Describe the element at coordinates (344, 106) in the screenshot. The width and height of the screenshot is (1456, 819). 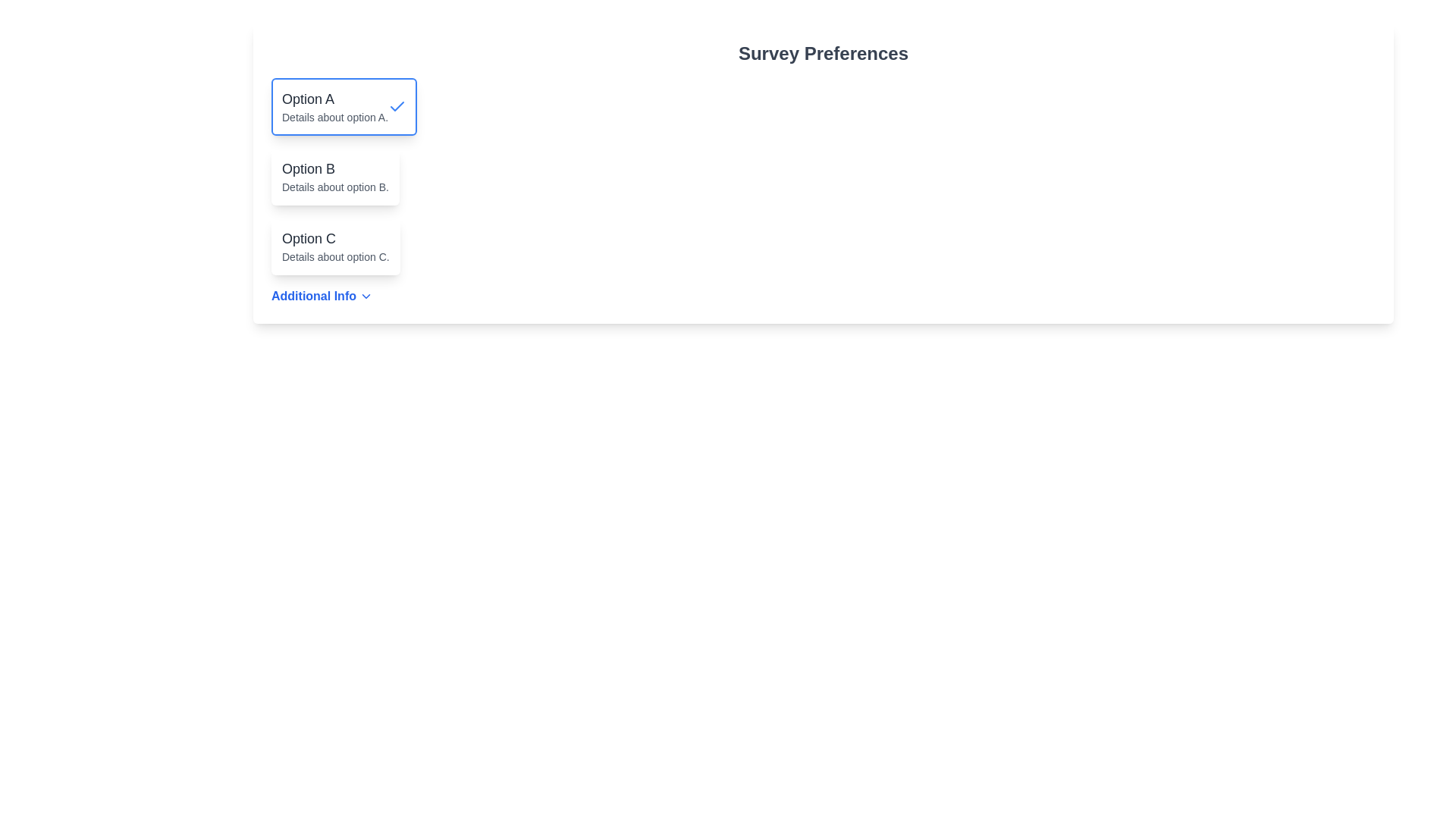
I see `the 'Option A' selectable list item` at that location.